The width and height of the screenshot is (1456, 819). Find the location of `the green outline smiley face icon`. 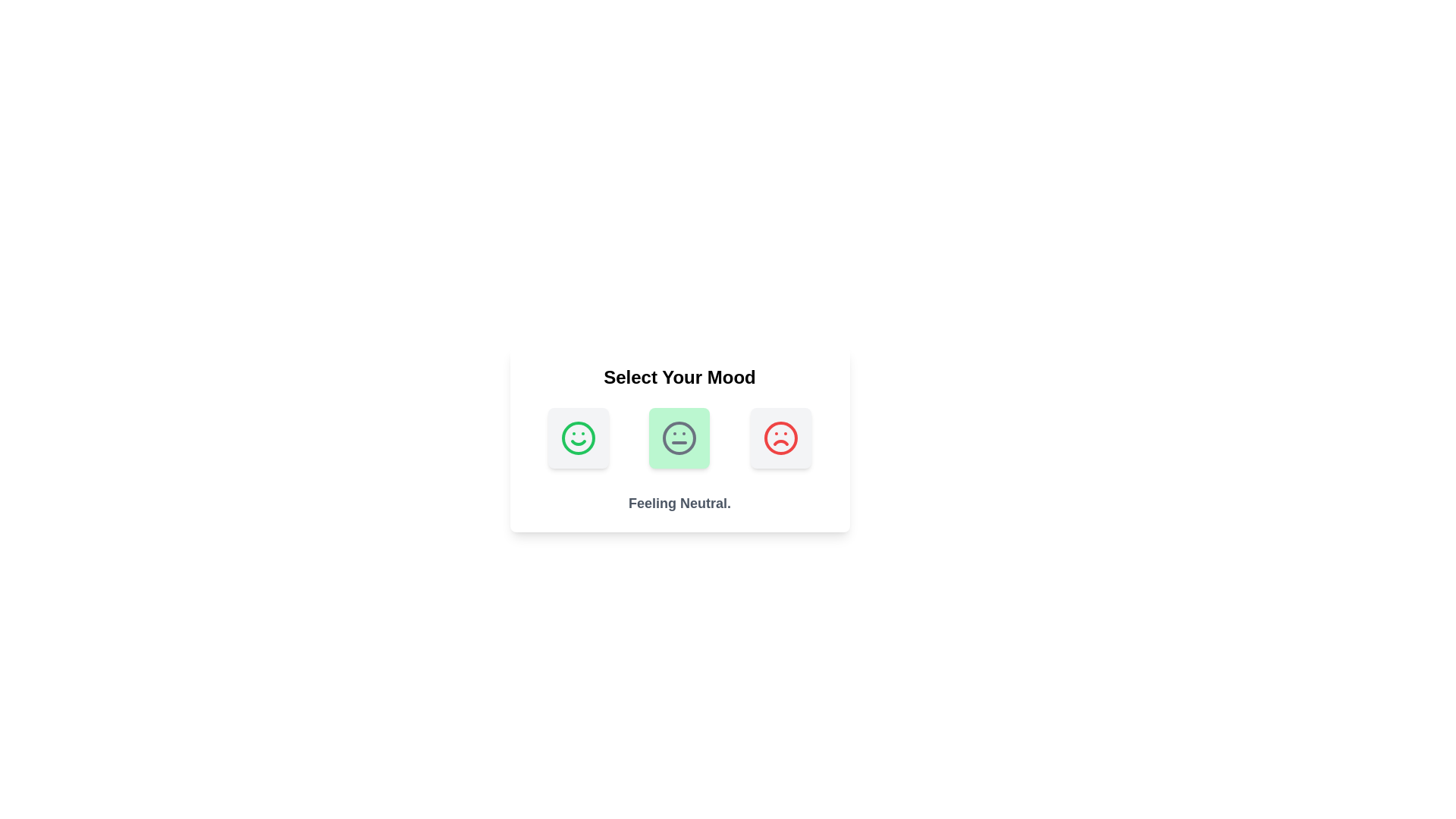

the green outline smiley face icon is located at coordinates (578, 438).